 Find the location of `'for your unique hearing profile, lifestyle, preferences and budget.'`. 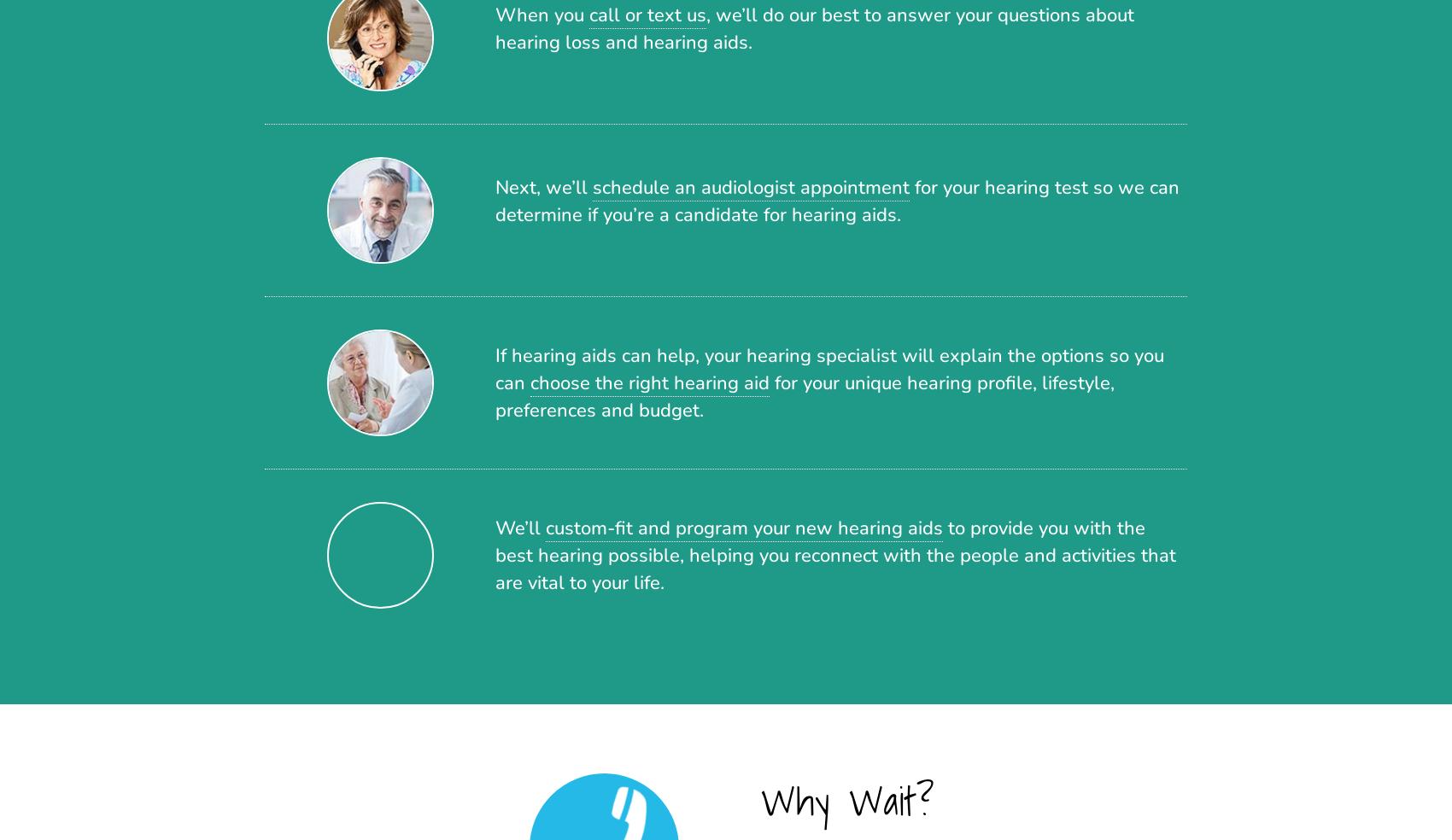

'for your unique hearing profile, lifestyle, preferences and budget.' is located at coordinates (805, 396).